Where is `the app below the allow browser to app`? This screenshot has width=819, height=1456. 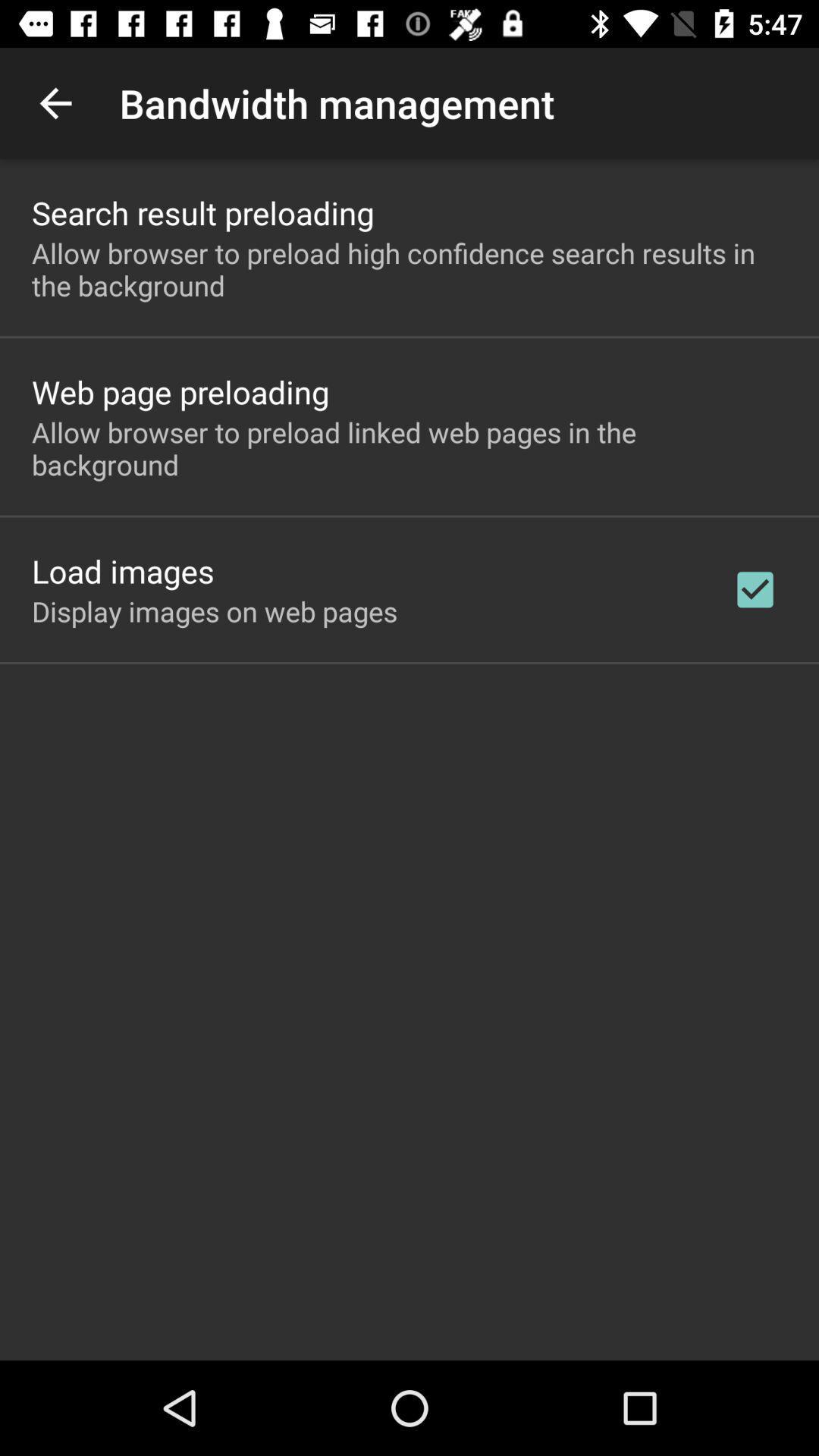 the app below the allow browser to app is located at coordinates (122, 570).